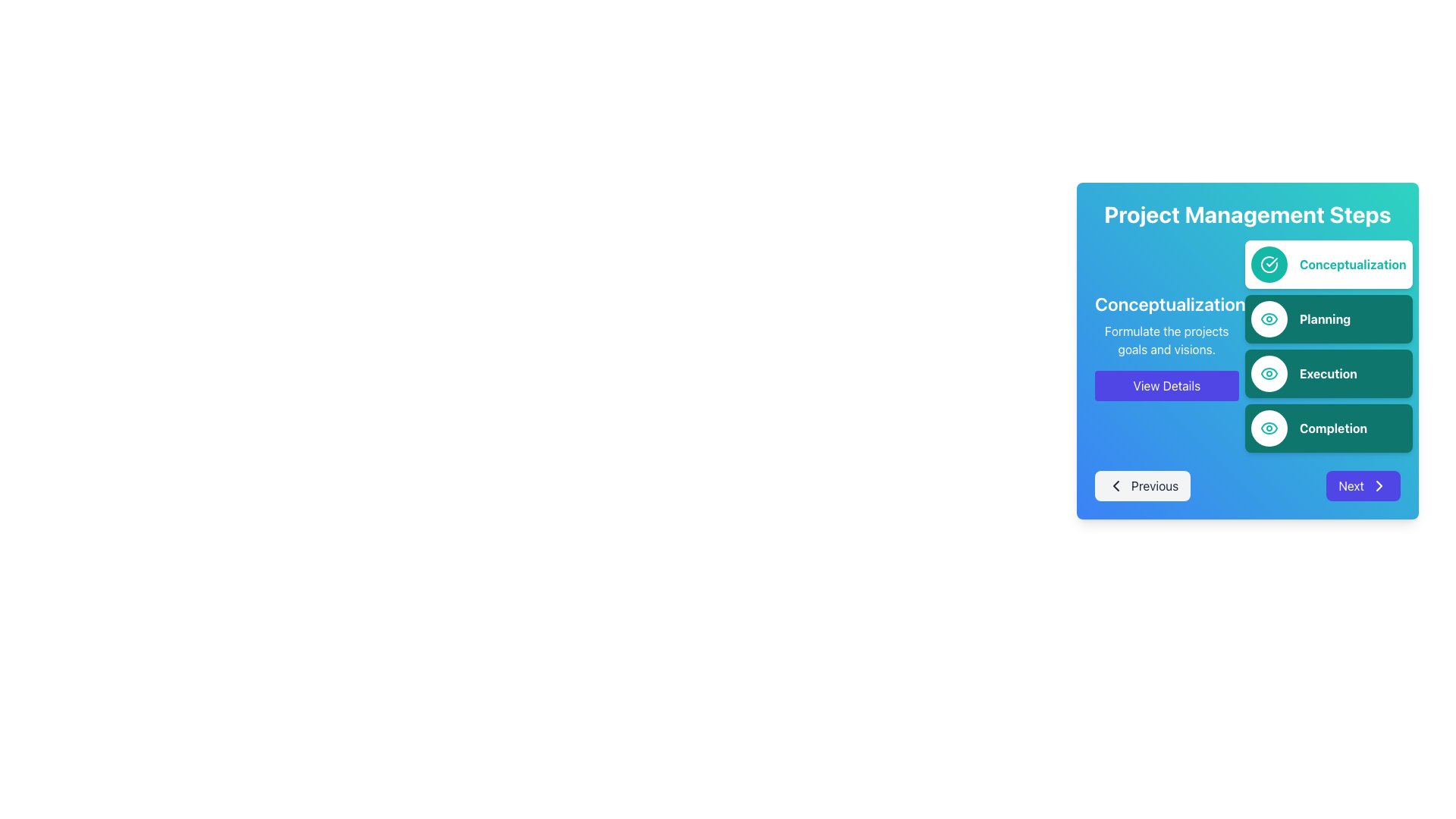  I want to click on the text element stating 'Formulate the projects goals and visions.' which is styled in white font, located below the title 'Conceptualization' and above the 'View Details' button, so click(1166, 339).